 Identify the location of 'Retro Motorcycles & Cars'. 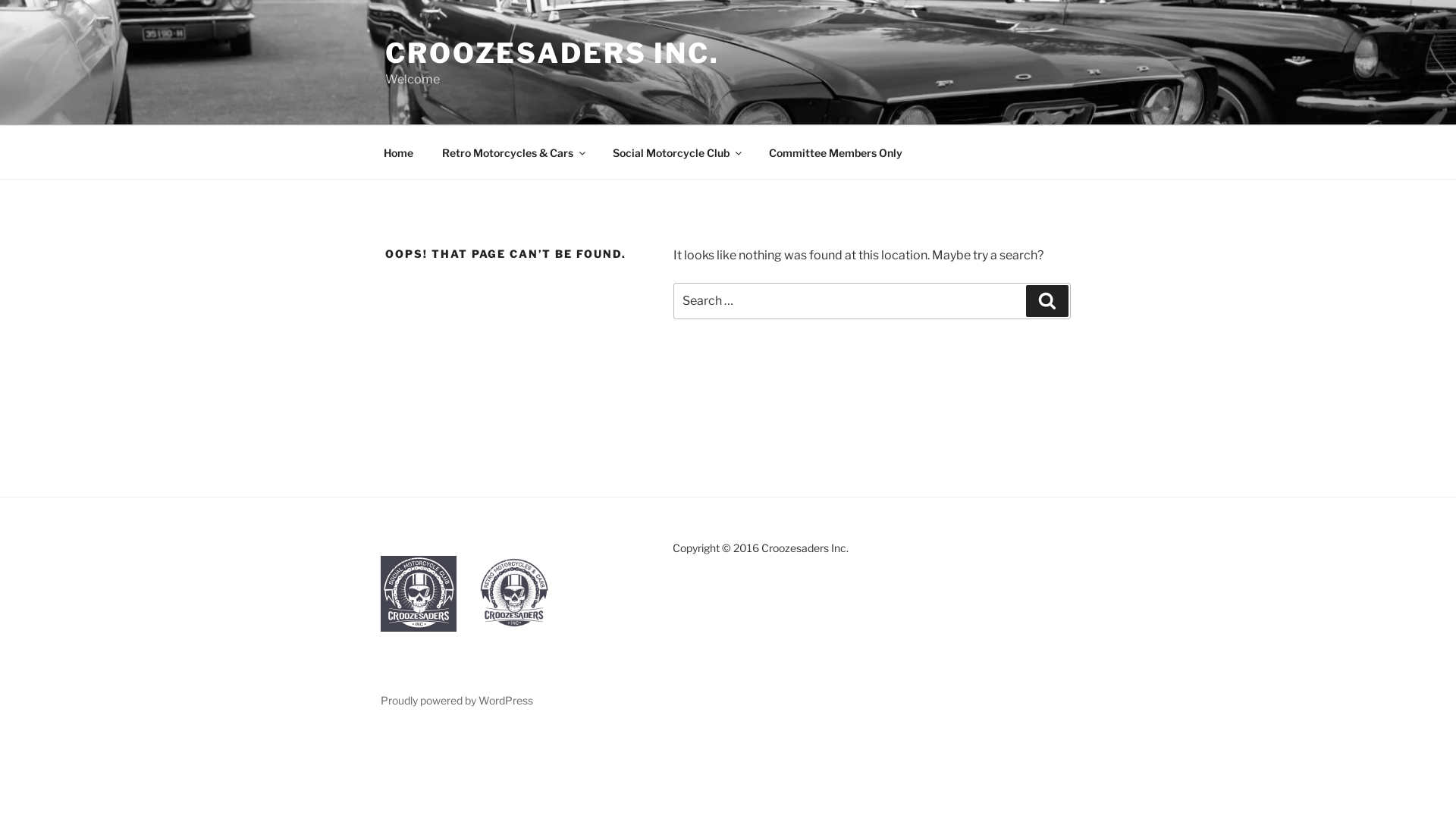
(513, 152).